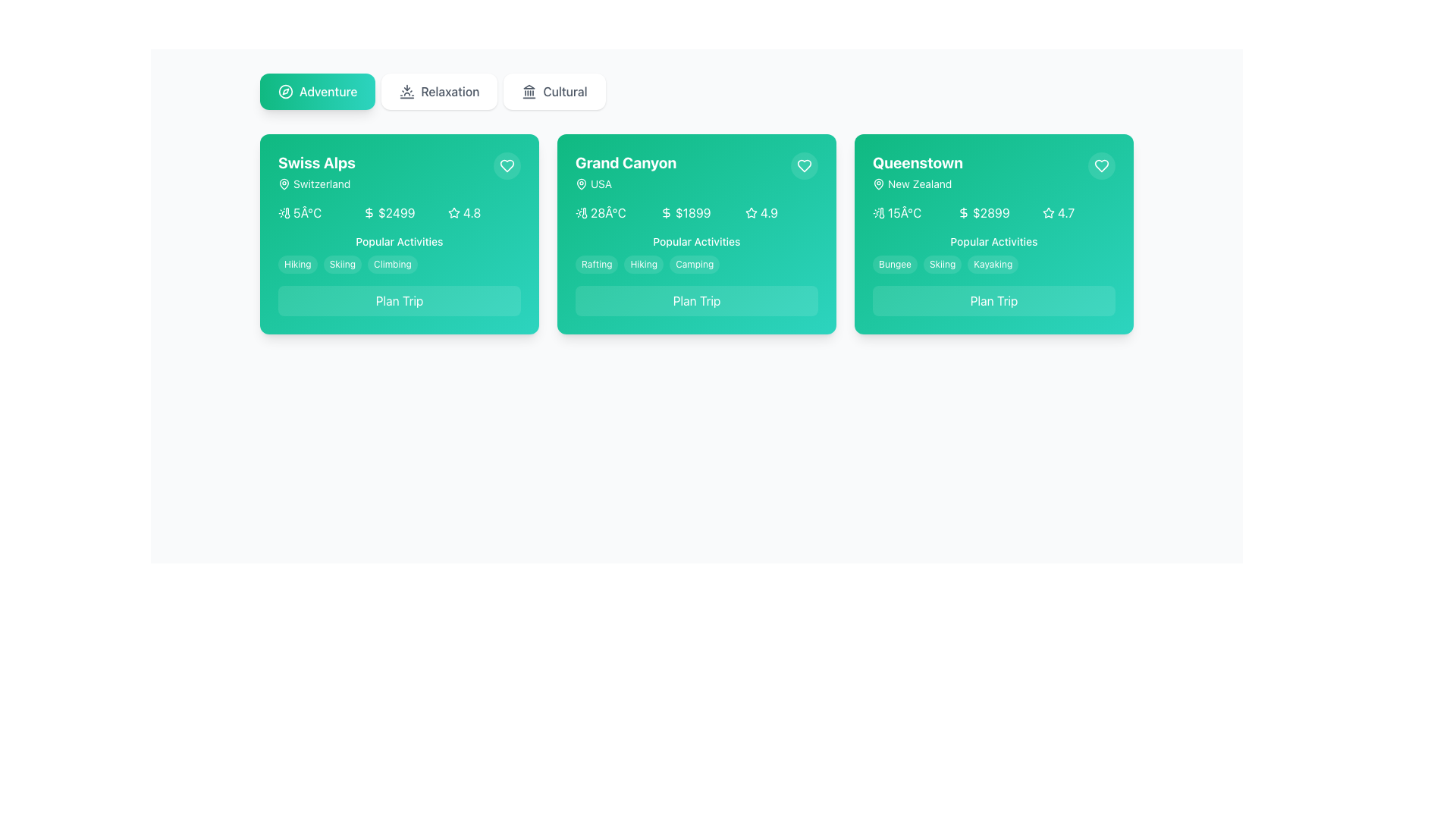 This screenshot has height=819, width=1456. I want to click on the price text label with an icon located in the third card representing Queenstown, New Zealand, which is situated centrally in the lower half of its card, so click(993, 213).